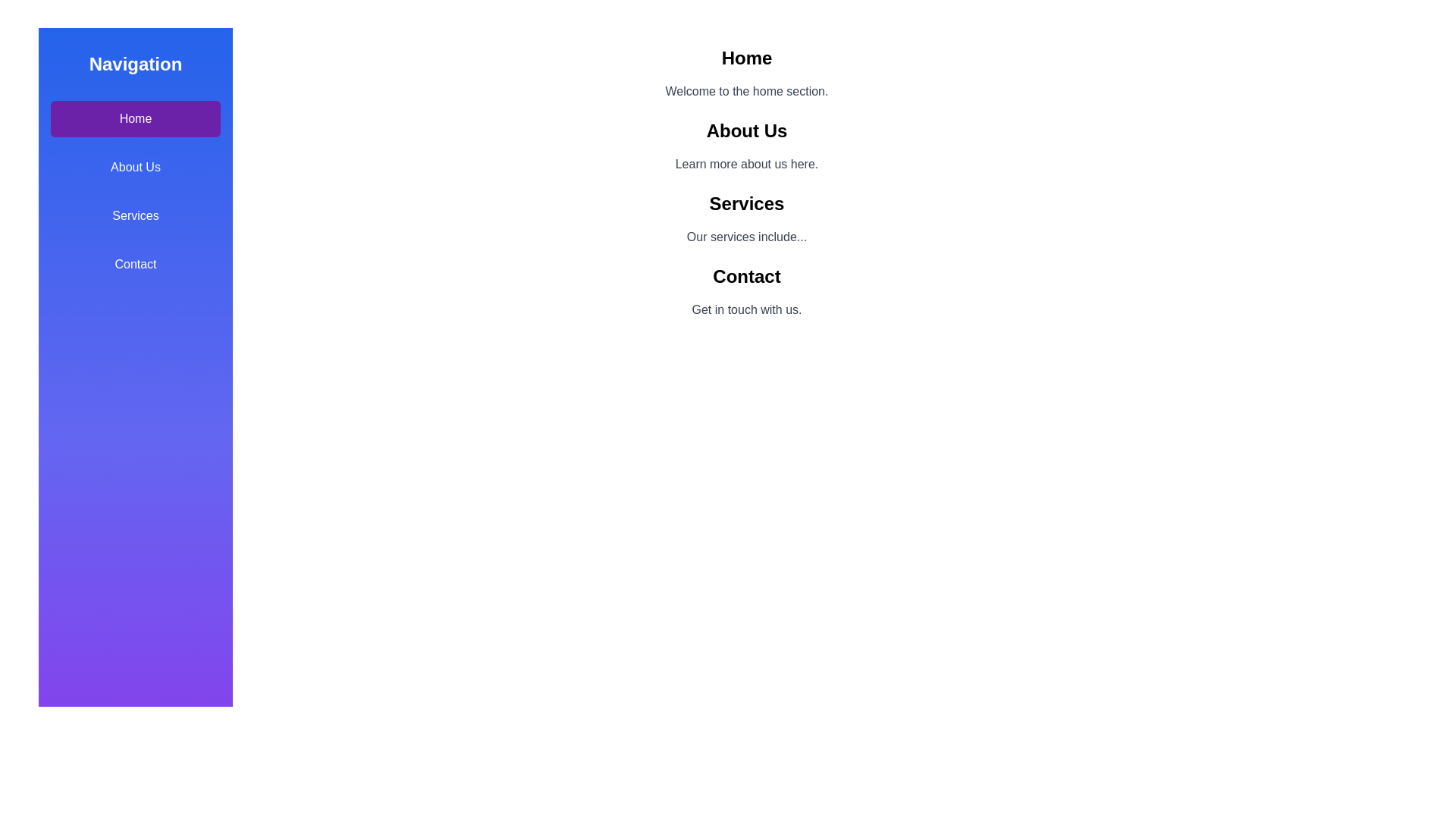  Describe the element at coordinates (135, 63) in the screenshot. I see `the text header labeled 'Navigation', which is styled in bold and large font, located at the top of the sidebar with a blue background gradient` at that location.